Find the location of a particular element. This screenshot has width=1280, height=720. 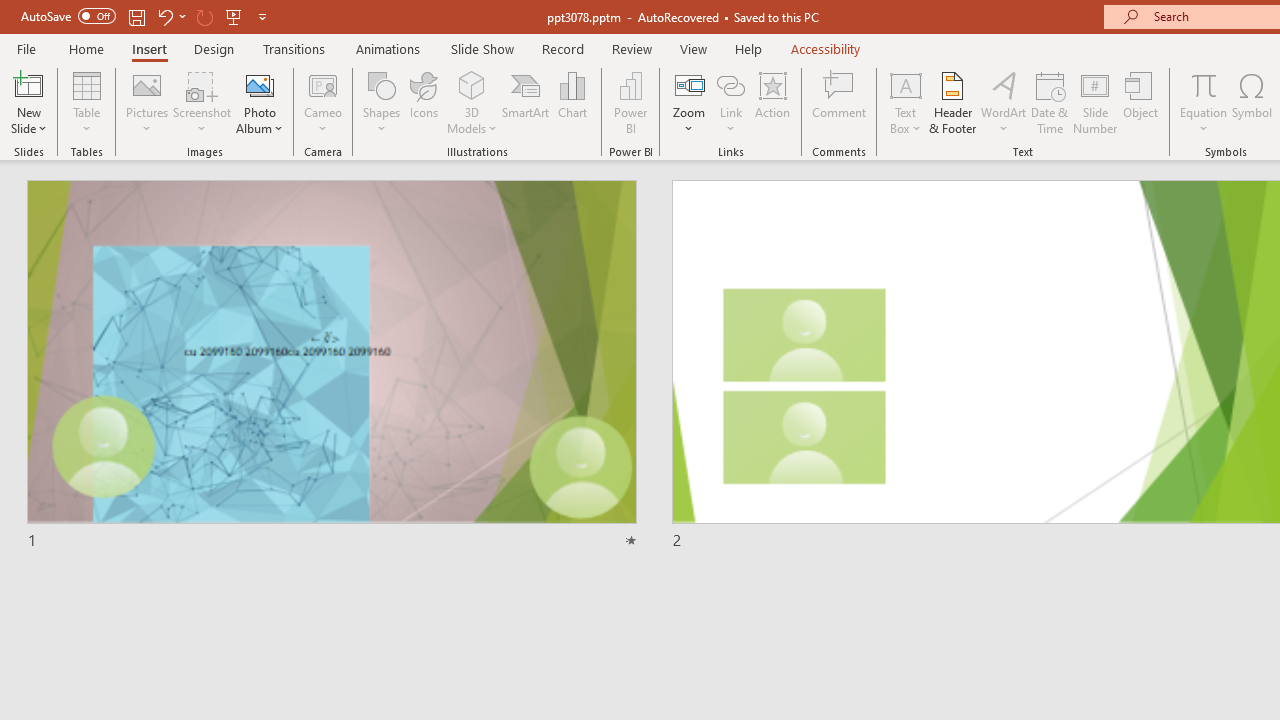

'Symbol...' is located at coordinates (1251, 103).